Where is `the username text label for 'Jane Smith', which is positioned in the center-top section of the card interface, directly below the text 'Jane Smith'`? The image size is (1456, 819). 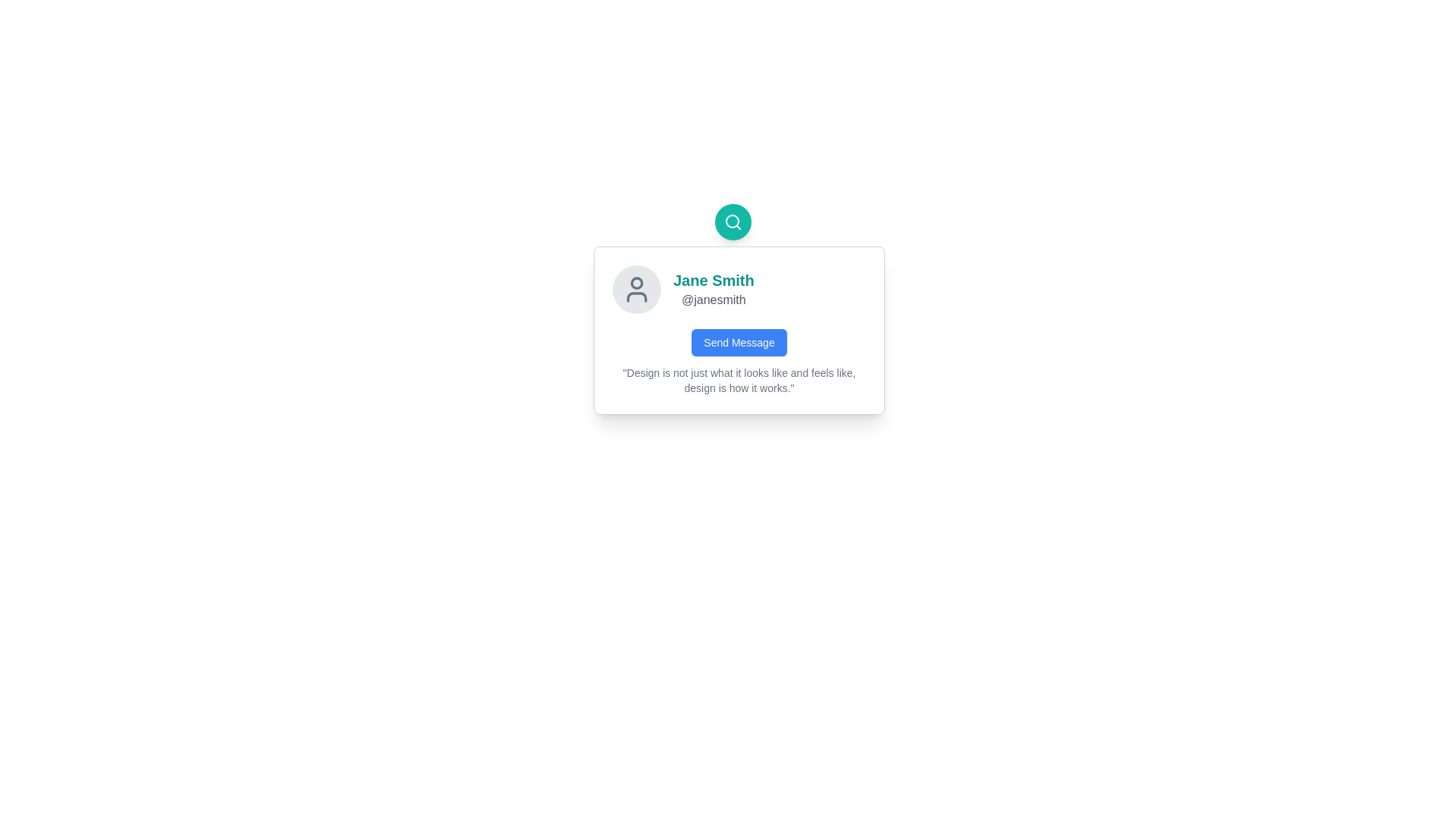
the username text label for 'Jane Smith', which is positioned in the center-top section of the card interface, directly below the text 'Jane Smith' is located at coordinates (713, 300).